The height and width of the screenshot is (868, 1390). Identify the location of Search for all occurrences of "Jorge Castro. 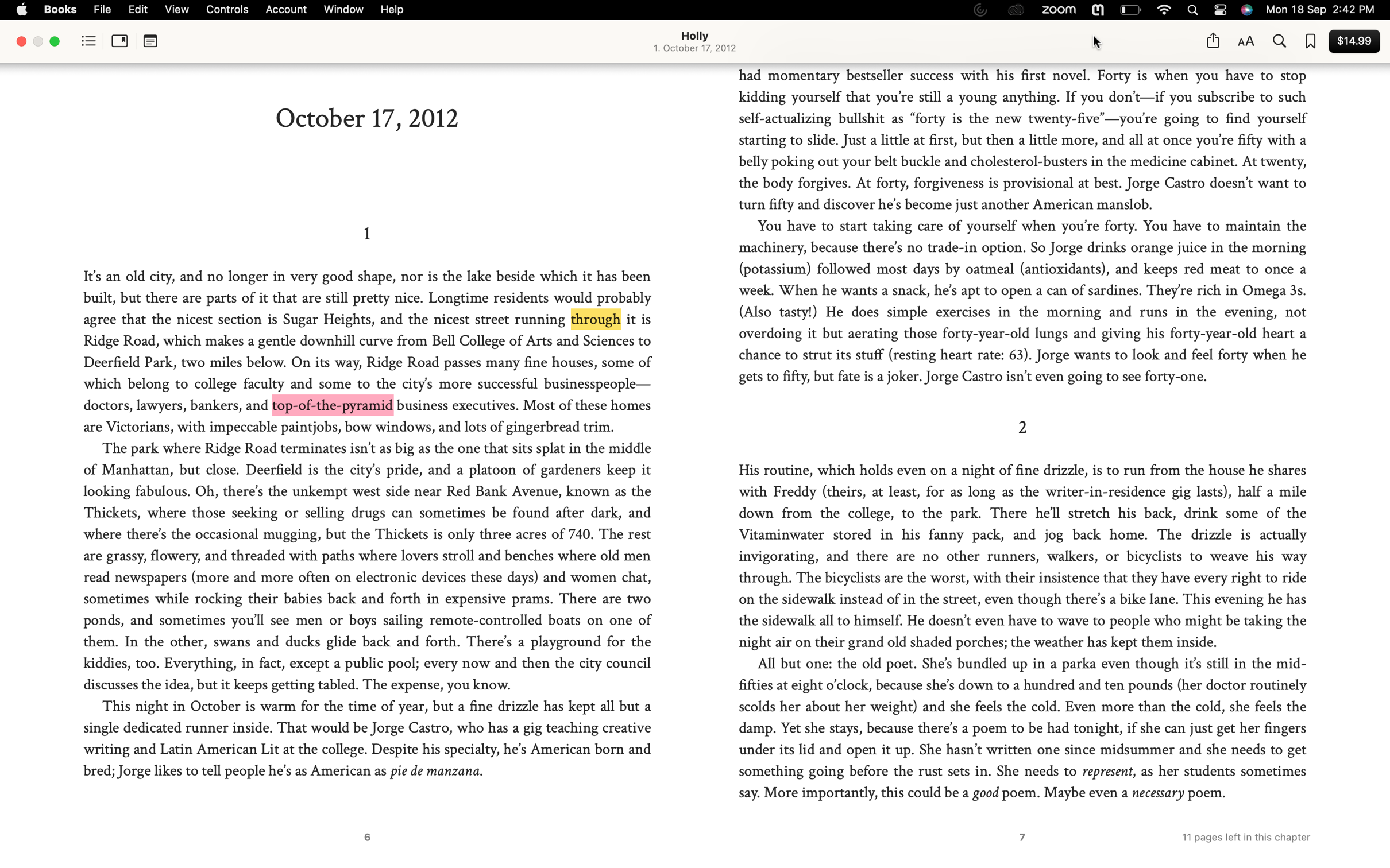
(1278, 42).